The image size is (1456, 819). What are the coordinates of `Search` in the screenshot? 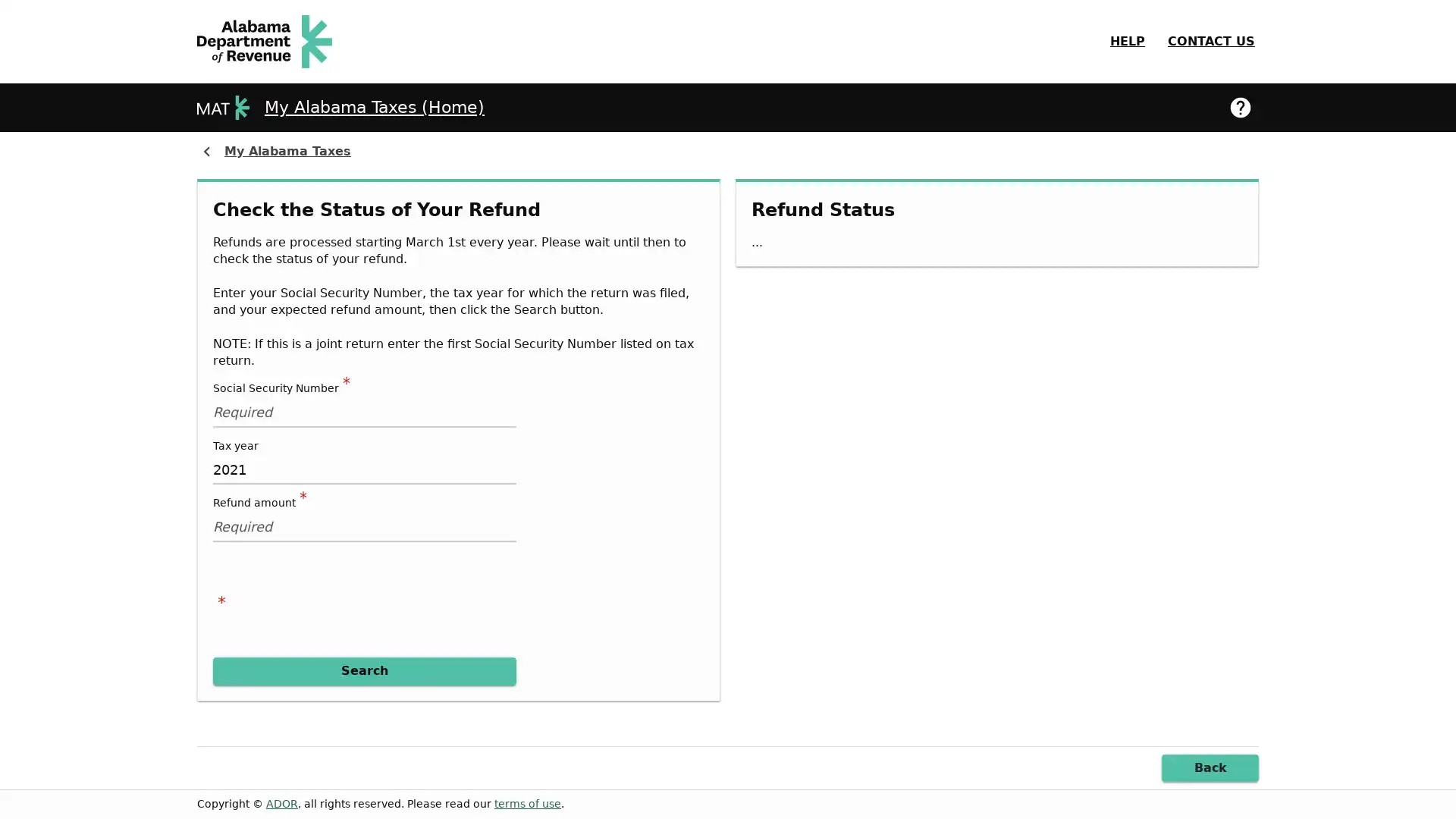 It's located at (364, 670).